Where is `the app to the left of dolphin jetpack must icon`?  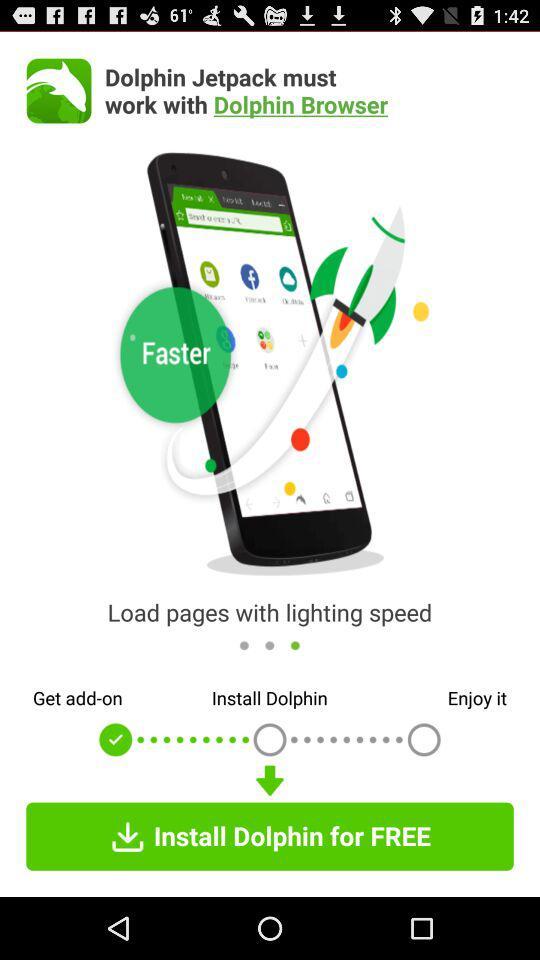 the app to the left of dolphin jetpack must icon is located at coordinates (59, 90).